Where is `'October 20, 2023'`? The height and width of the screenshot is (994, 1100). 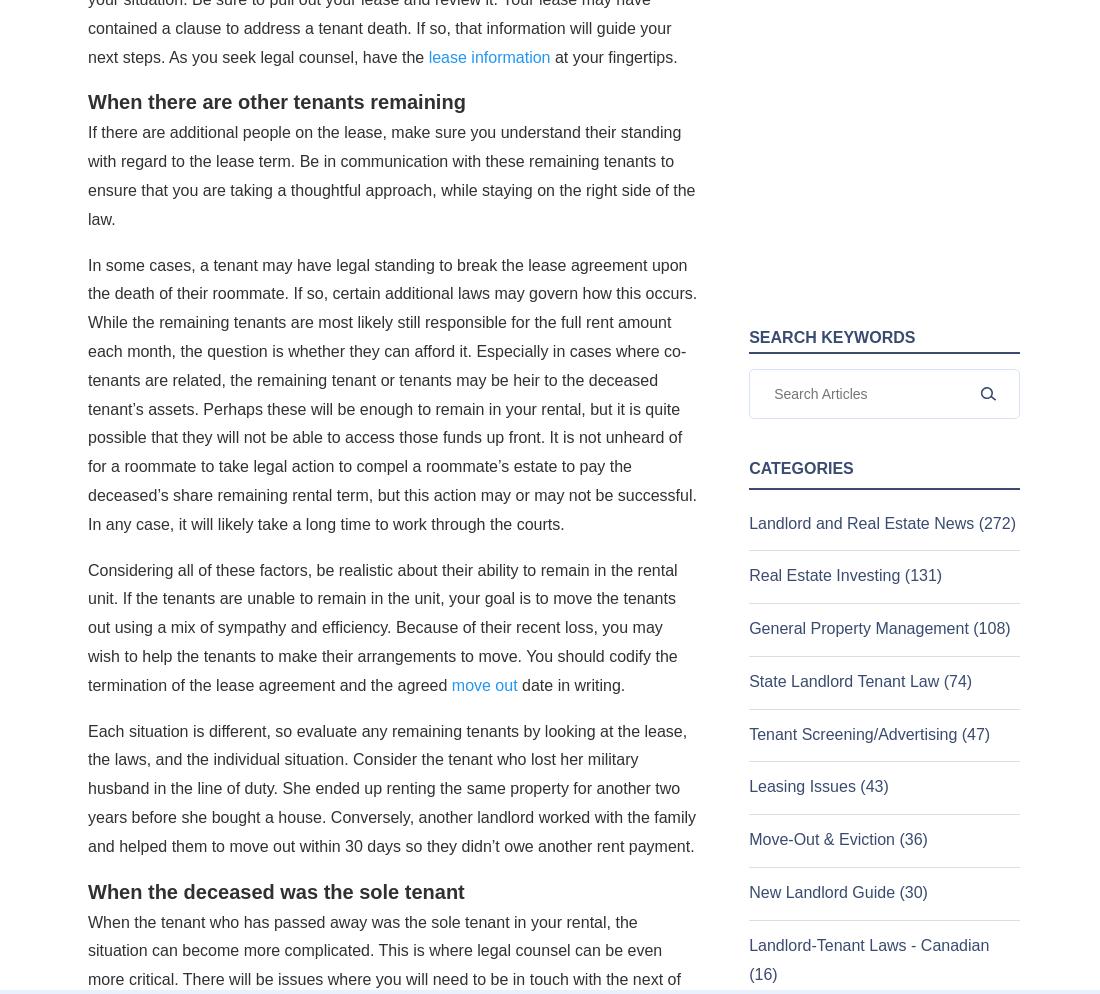
'October 20, 2023' is located at coordinates (546, 14).